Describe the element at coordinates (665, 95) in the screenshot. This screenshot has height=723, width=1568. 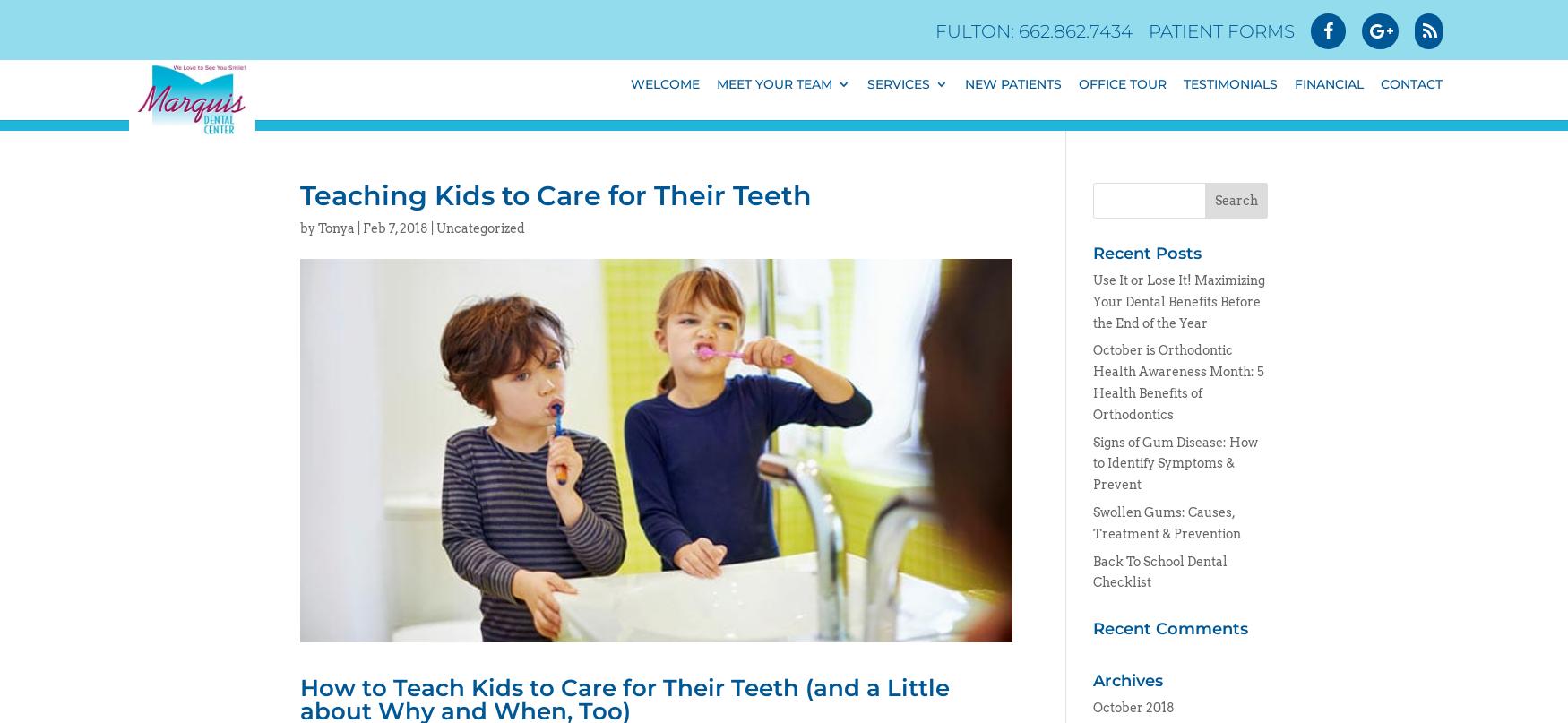
I see `'Welcome'` at that location.